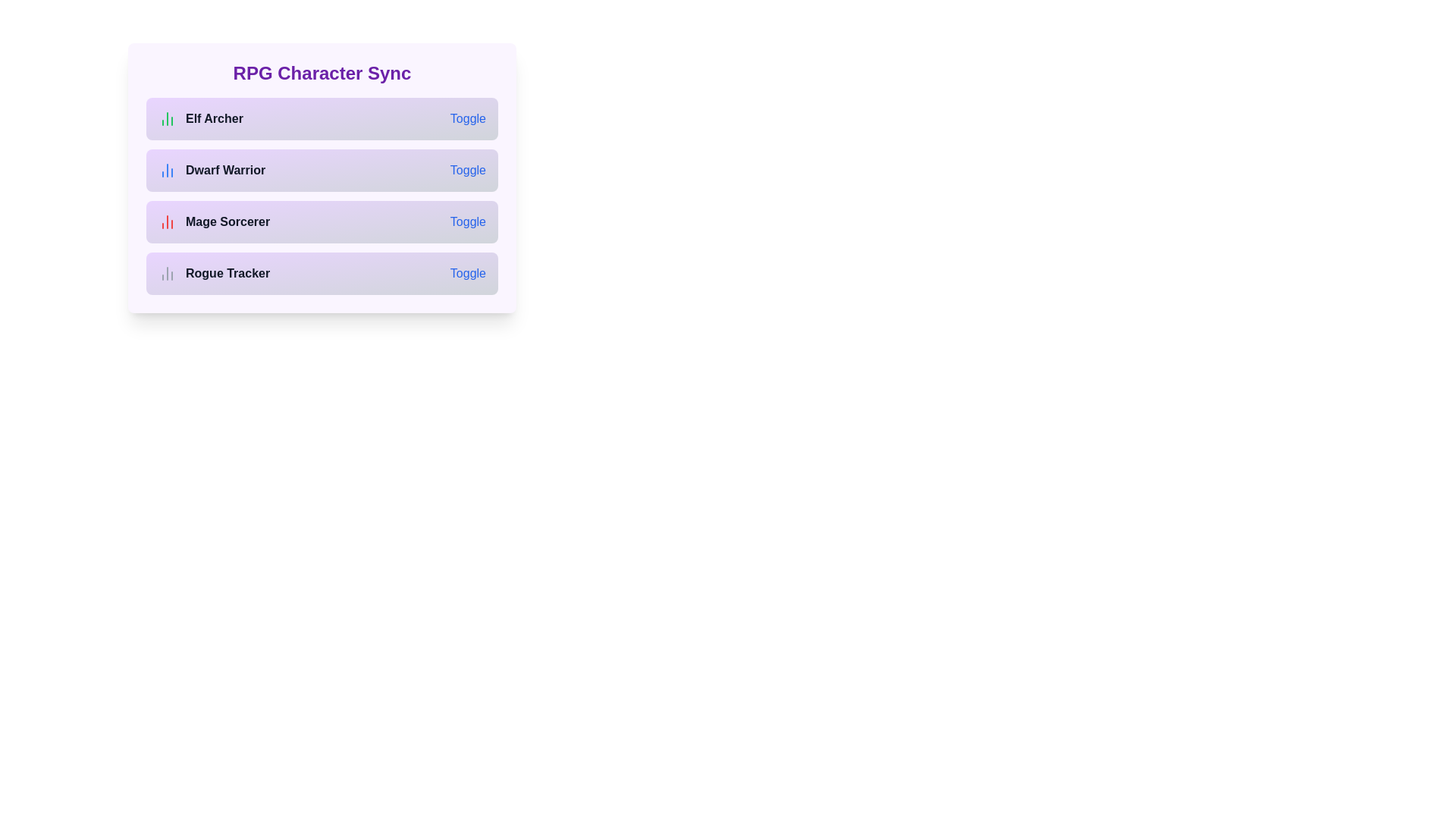 The height and width of the screenshot is (819, 1456). What do you see at coordinates (167, 222) in the screenshot?
I see `the SVG icon representing a bar chart with red stroke and rounded edges, located at the beginning of the 'Mage Sorcerer' entry in the character list` at bounding box center [167, 222].